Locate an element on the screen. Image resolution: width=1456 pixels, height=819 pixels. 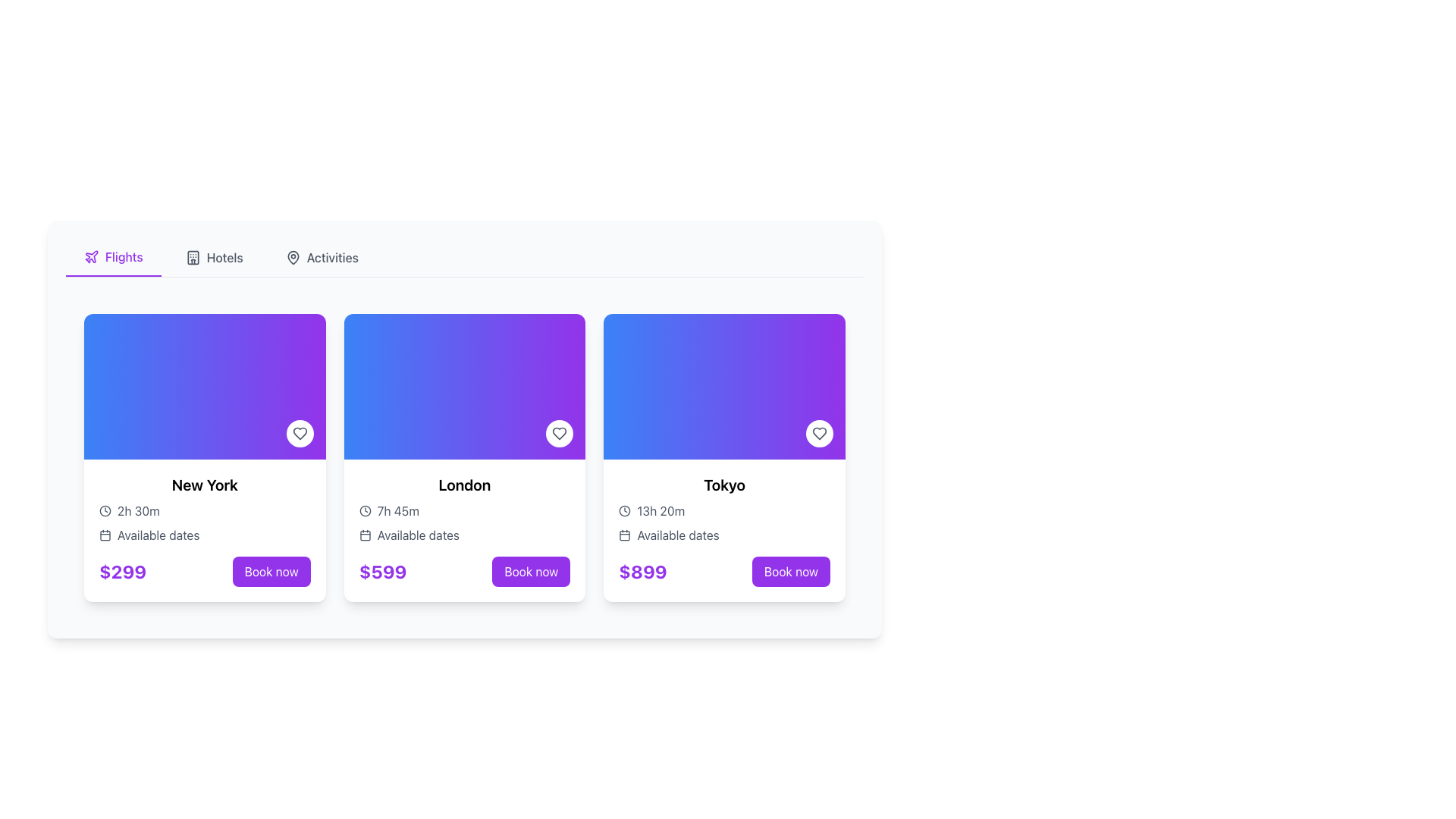
text content of the label displaying '7h 45m', which is styled in grey and located in the London travel destination card, positioned to the right of a clock icon is located at coordinates (398, 511).